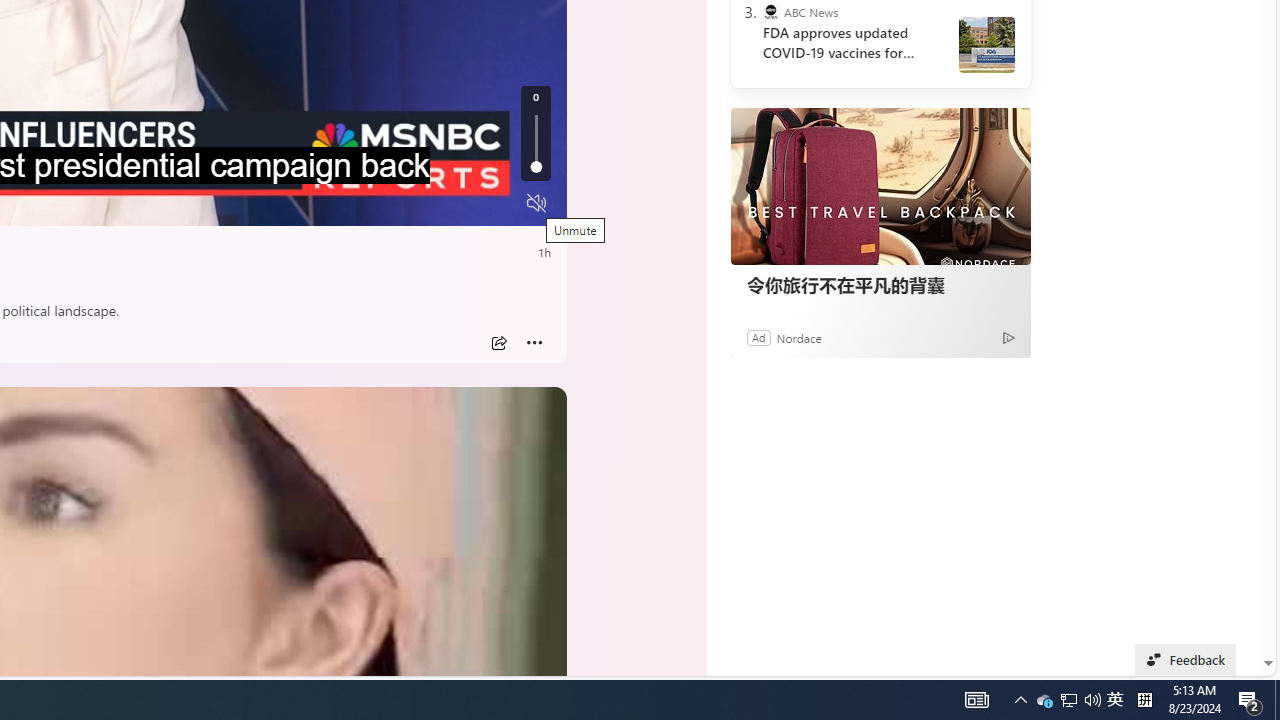 The height and width of the screenshot is (720, 1280). What do you see at coordinates (536, 203) in the screenshot?
I see `'Unmute'` at bounding box center [536, 203].